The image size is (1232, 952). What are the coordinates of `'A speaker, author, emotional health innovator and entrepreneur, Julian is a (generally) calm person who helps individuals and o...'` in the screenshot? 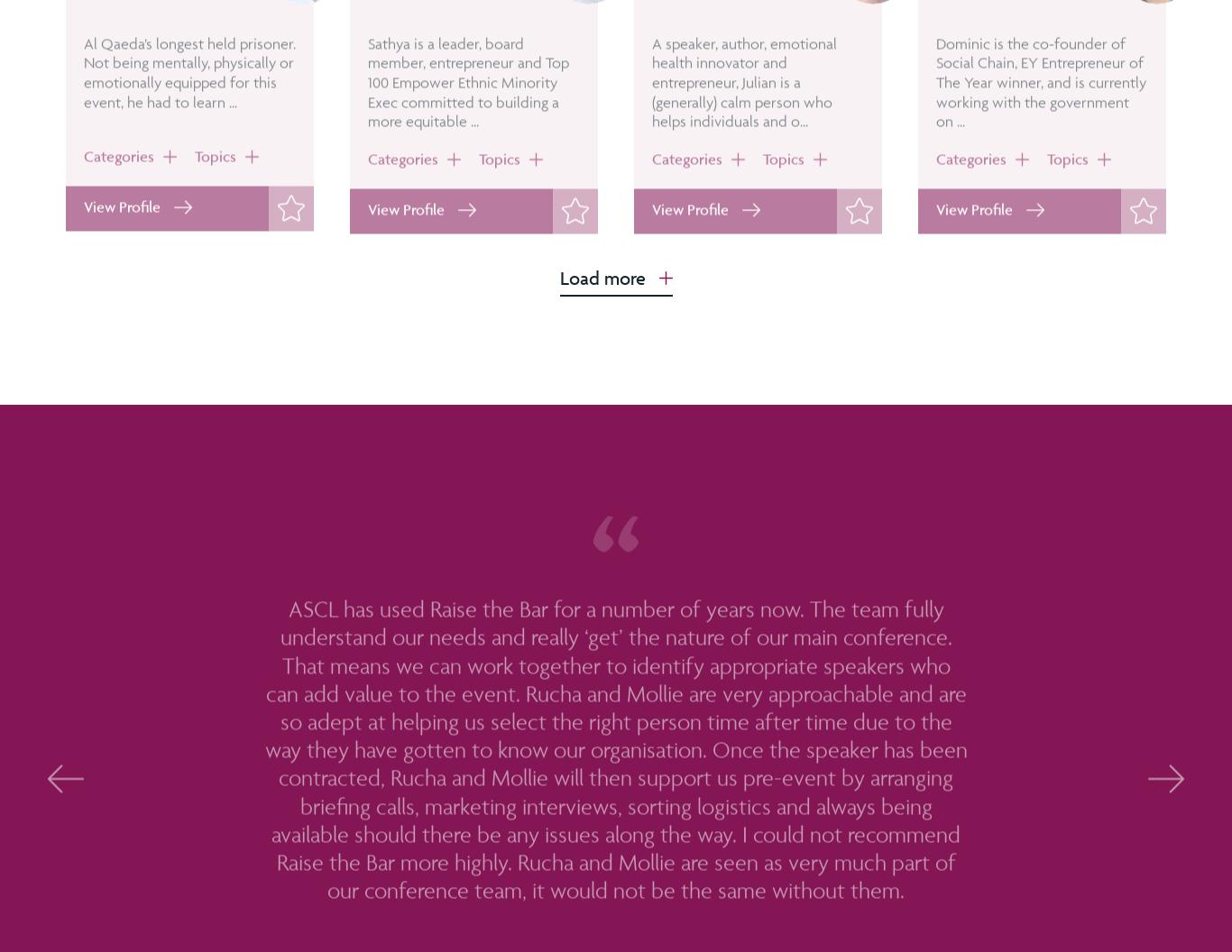 It's located at (743, 133).